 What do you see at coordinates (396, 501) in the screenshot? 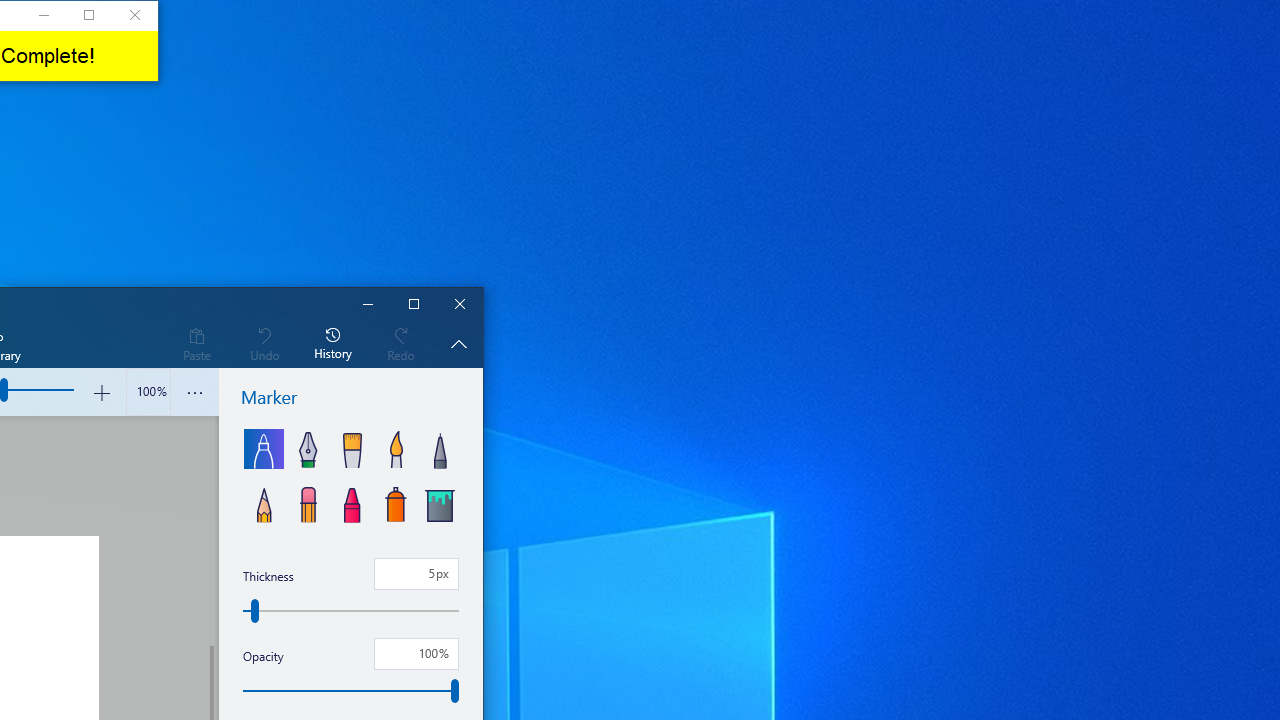
I see `'Spray can'` at bounding box center [396, 501].